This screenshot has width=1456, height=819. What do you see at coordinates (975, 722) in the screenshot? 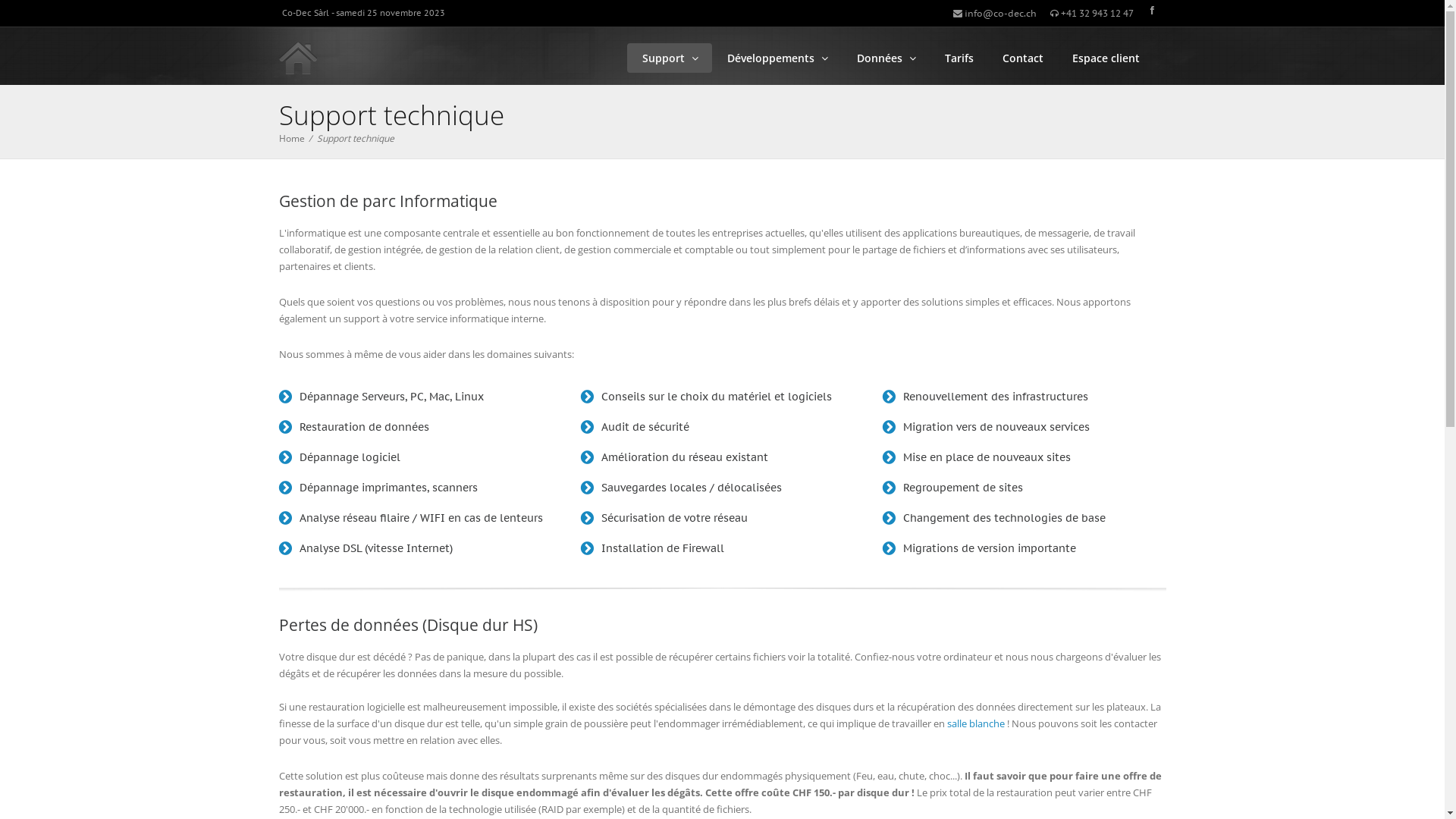
I see `'salle blanche'` at bounding box center [975, 722].